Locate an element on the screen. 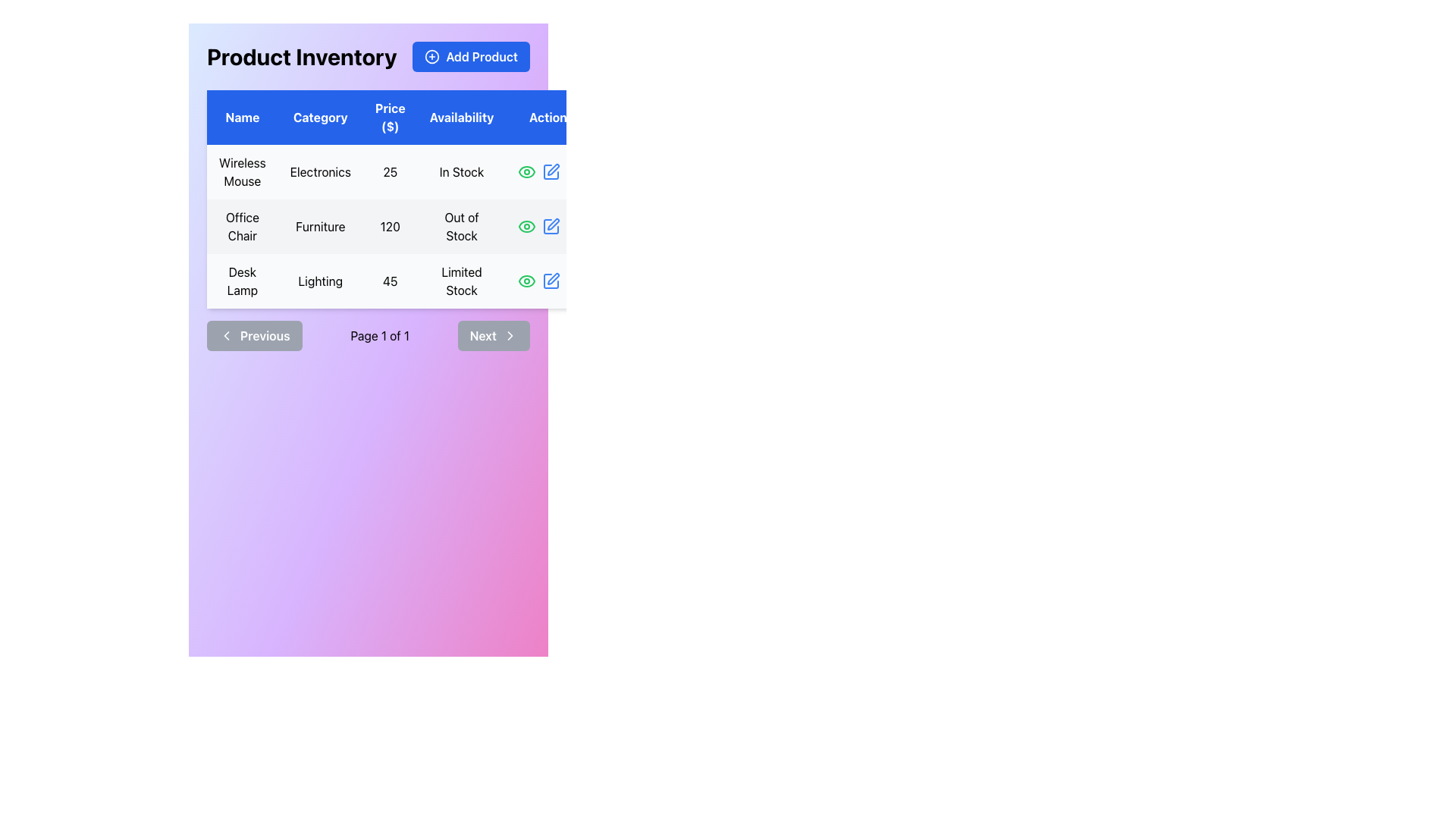 This screenshot has height=819, width=1456. the circular plus icon within the 'Add Product' button located at the top-right corner of the interface is located at coordinates (431, 55).